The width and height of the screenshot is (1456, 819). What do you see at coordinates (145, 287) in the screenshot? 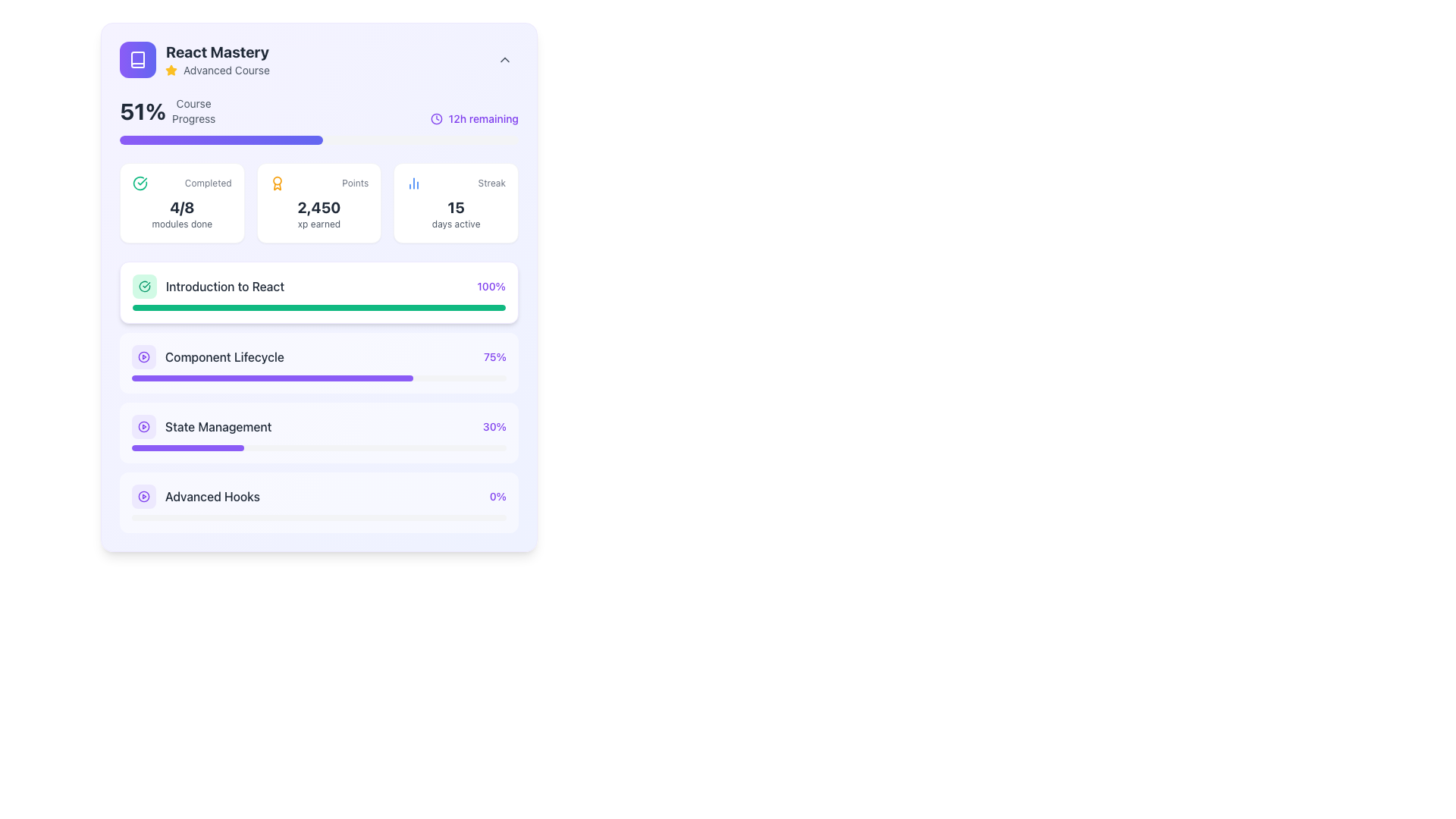
I see `the circular green icon with a check mark inside, which signifies a completed status, located to the left of the module title in the progress section of the 'Introduction to React' module` at bounding box center [145, 287].